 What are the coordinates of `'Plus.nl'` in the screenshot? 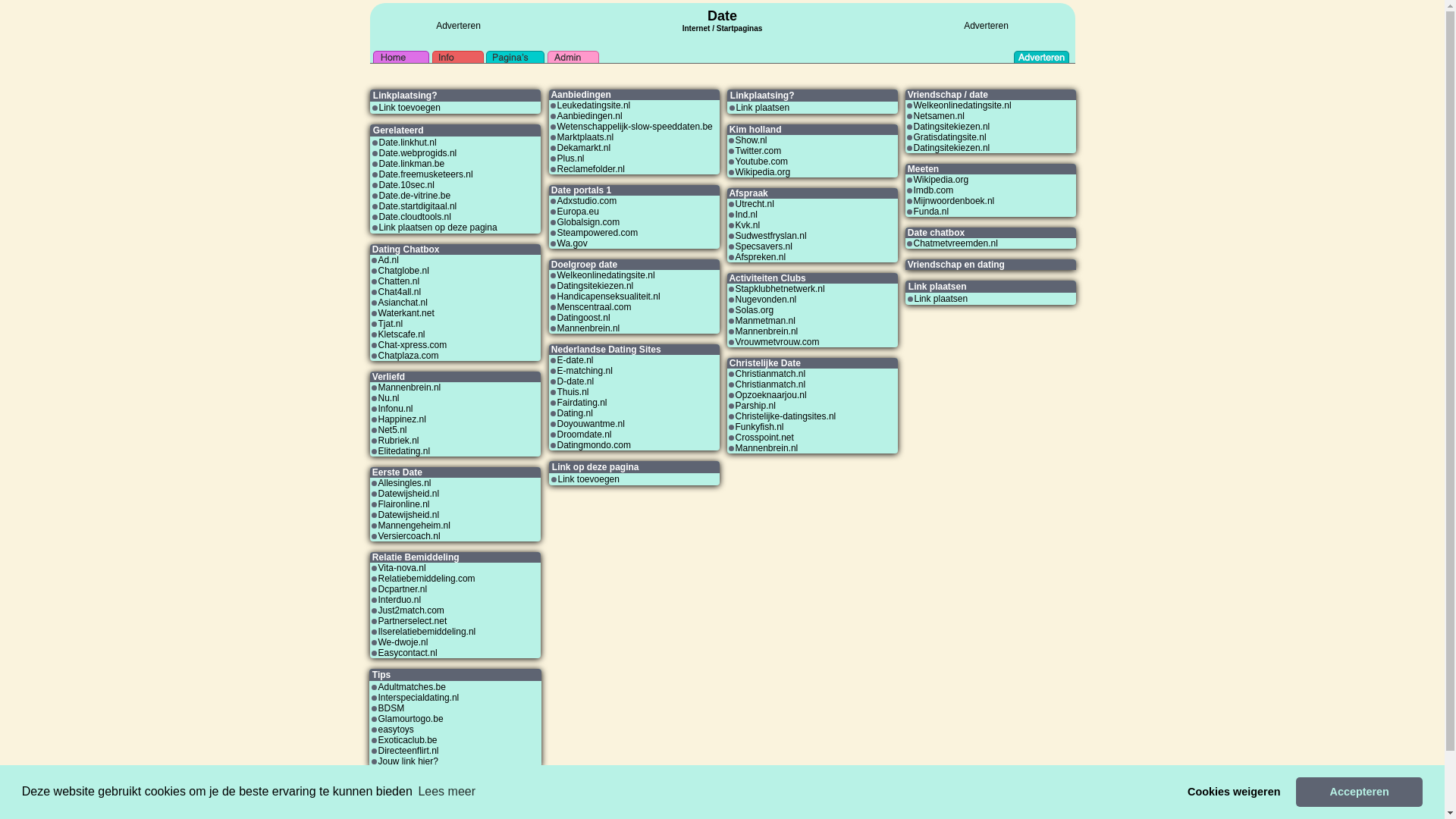 It's located at (570, 158).